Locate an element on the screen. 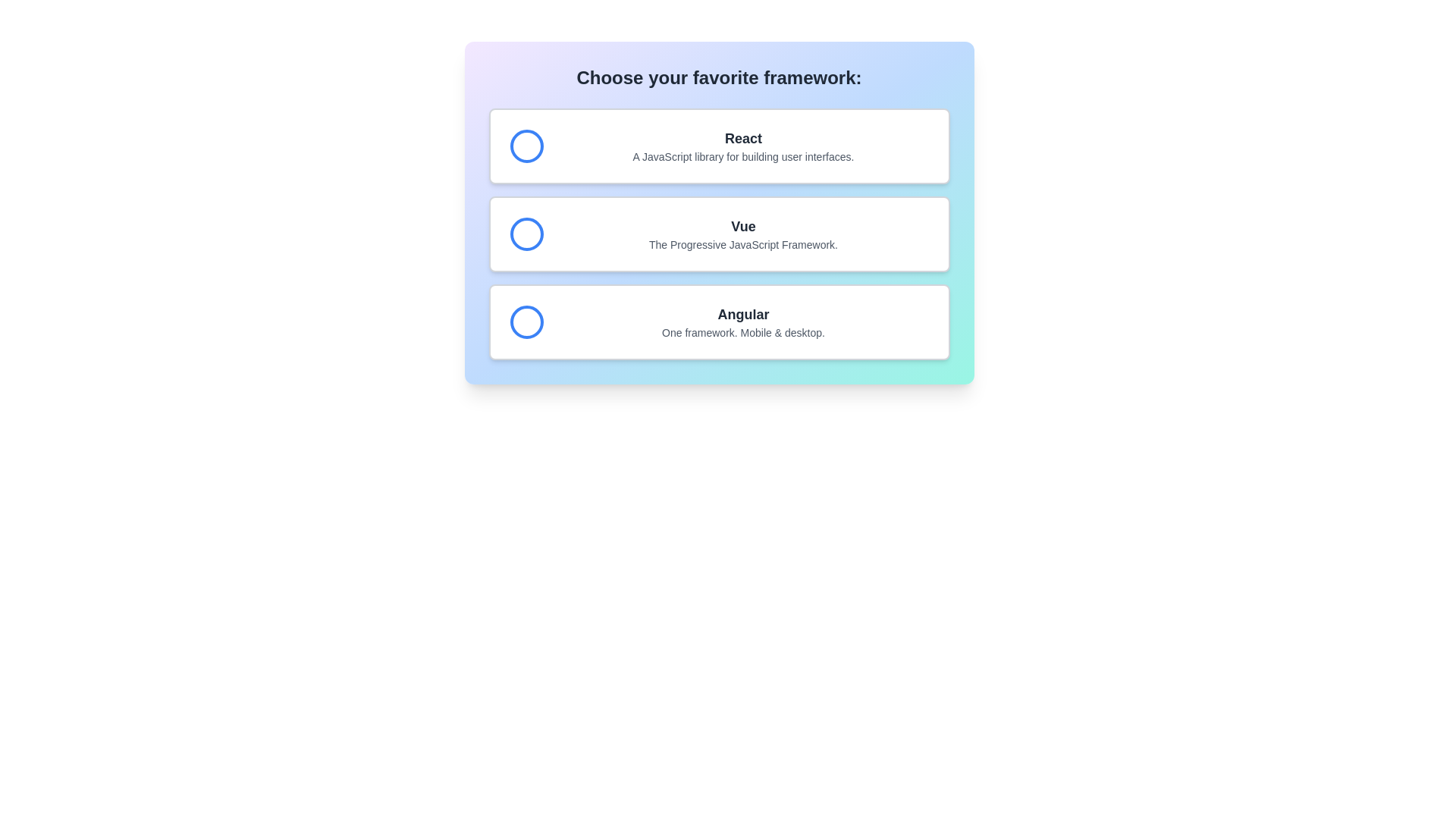 This screenshot has height=819, width=1456. the 'Vue' button, which is a rectangular UI element with a white background and a circular blue icon on the left, positioned between 'React' and 'Angular' in the framework options list is located at coordinates (718, 234).